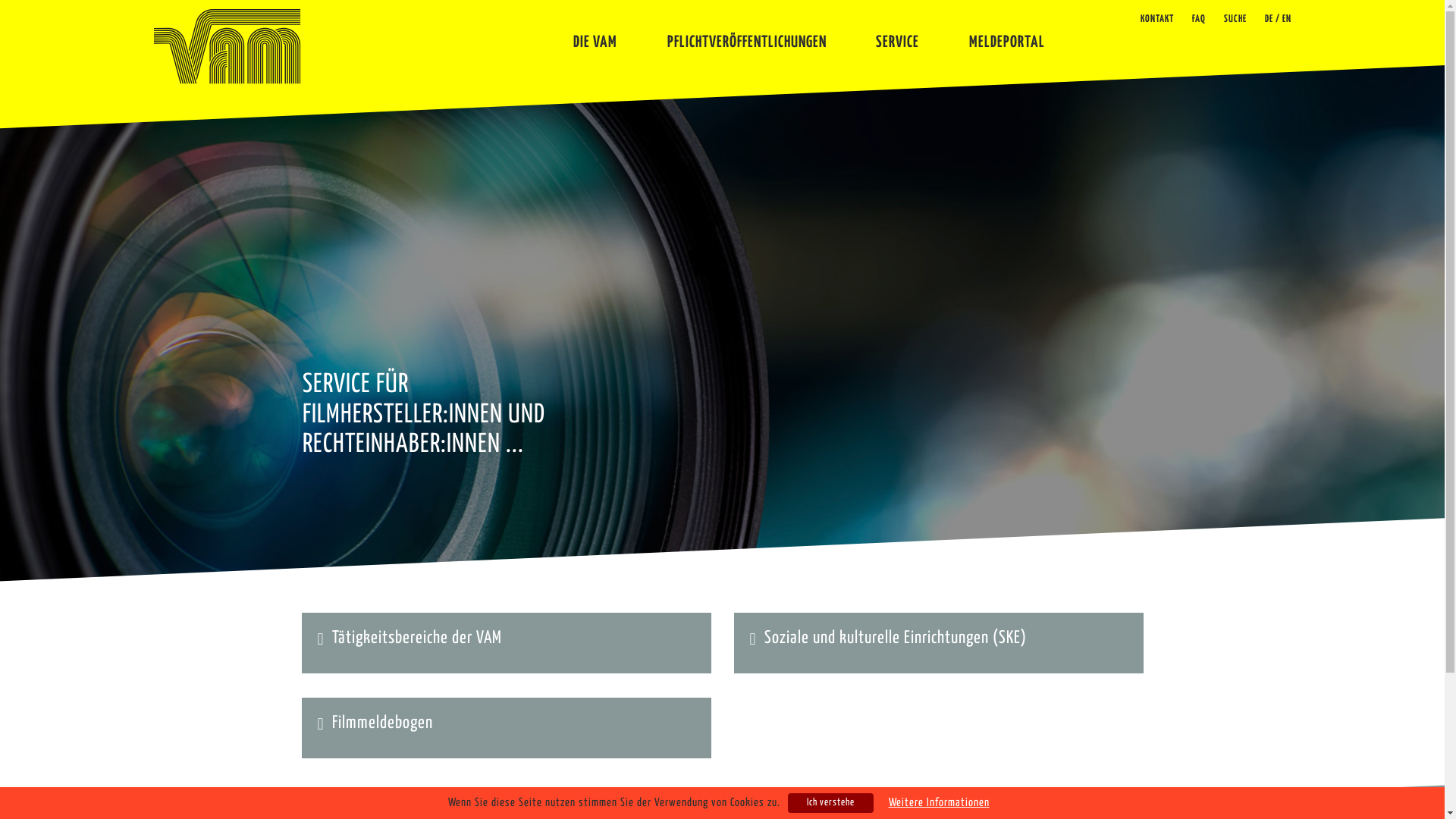 This screenshot has width=1456, height=819. What do you see at coordinates (382, 722) in the screenshot?
I see `'Filmmeldebogen'` at bounding box center [382, 722].